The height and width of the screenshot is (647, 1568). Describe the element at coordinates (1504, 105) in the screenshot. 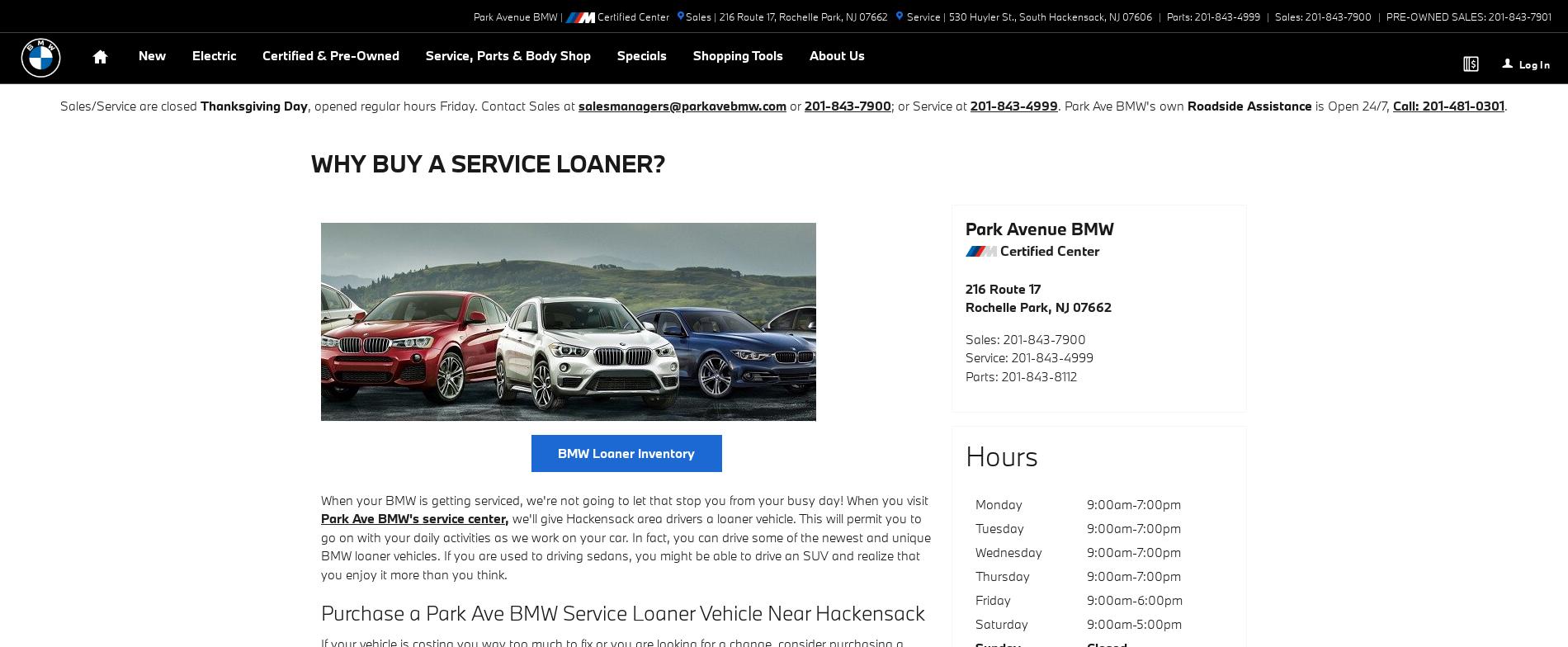

I see `'.'` at that location.